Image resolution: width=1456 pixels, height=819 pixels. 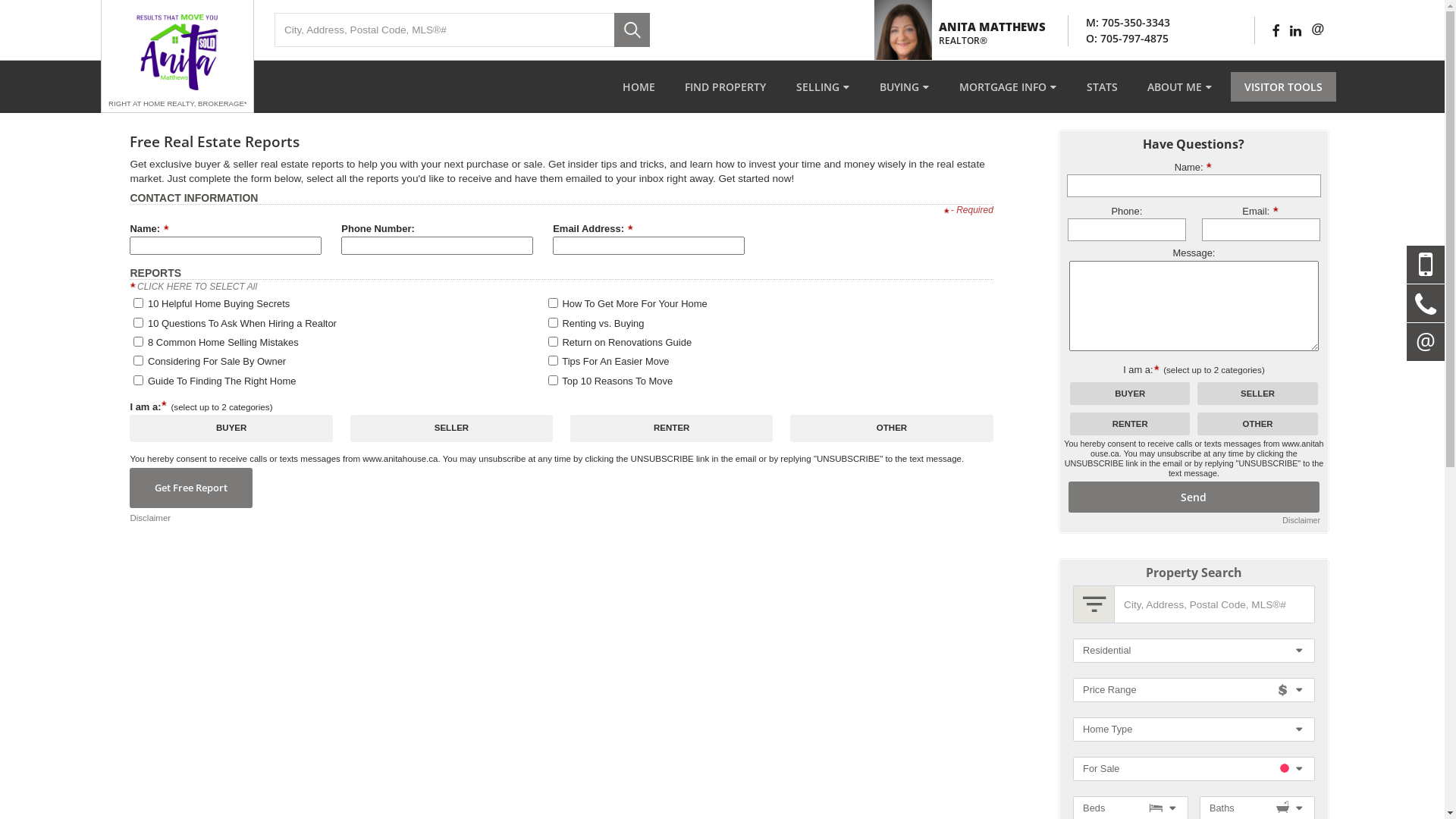 I want to click on 'SELLING', so click(x=821, y=86).